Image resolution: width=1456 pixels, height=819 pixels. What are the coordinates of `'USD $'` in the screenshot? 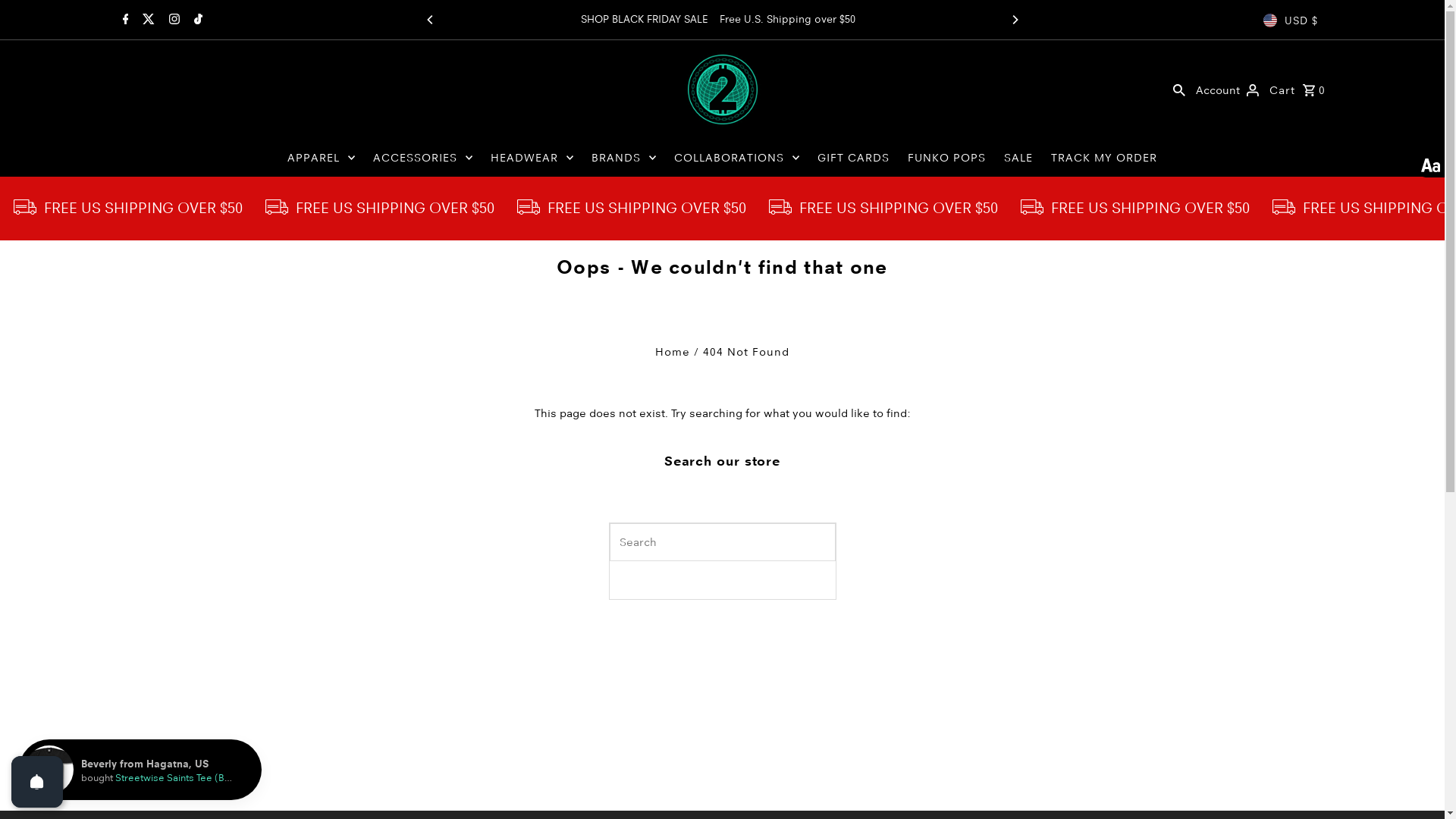 It's located at (1290, 20).